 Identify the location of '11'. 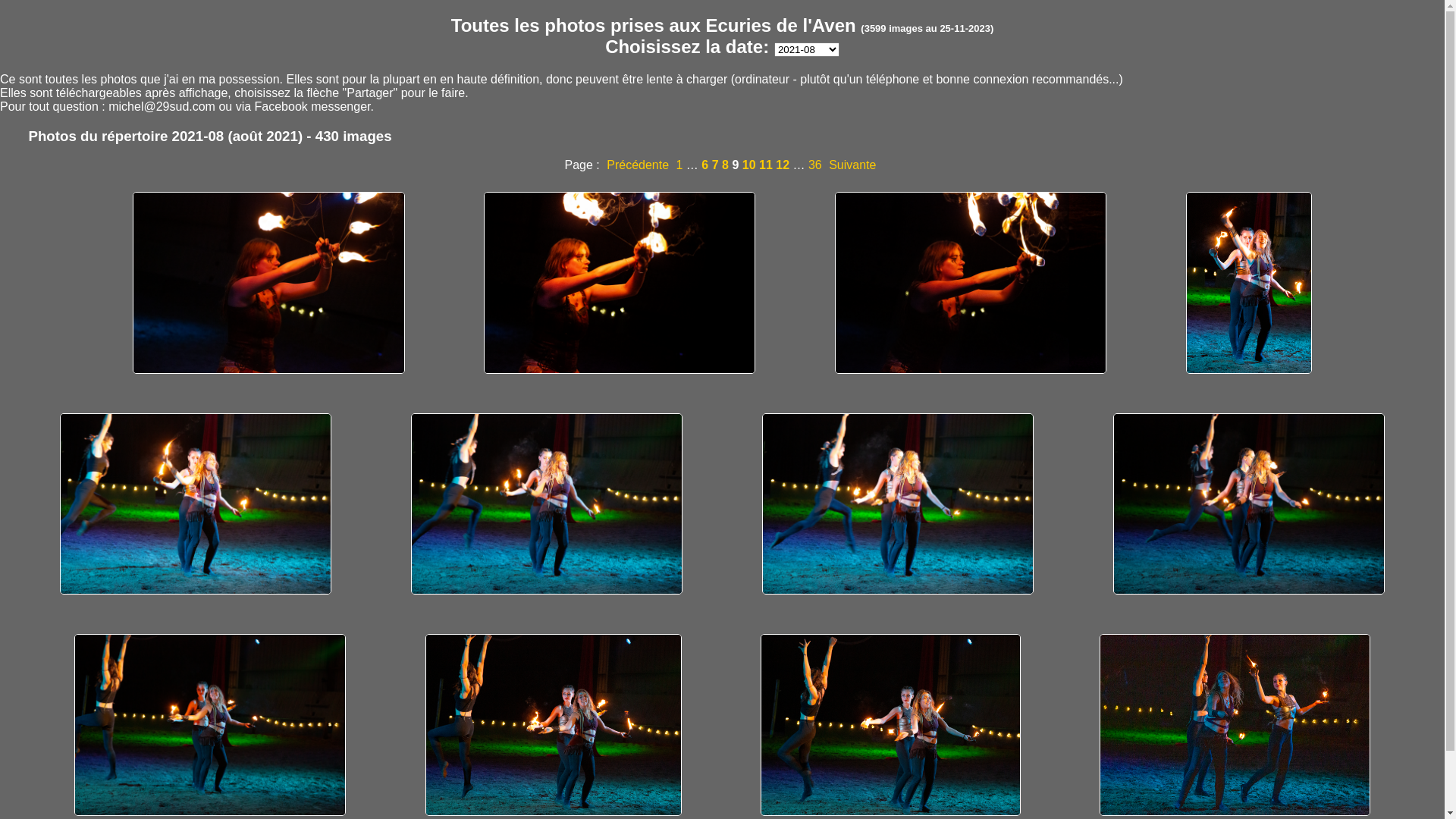
(765, 165).